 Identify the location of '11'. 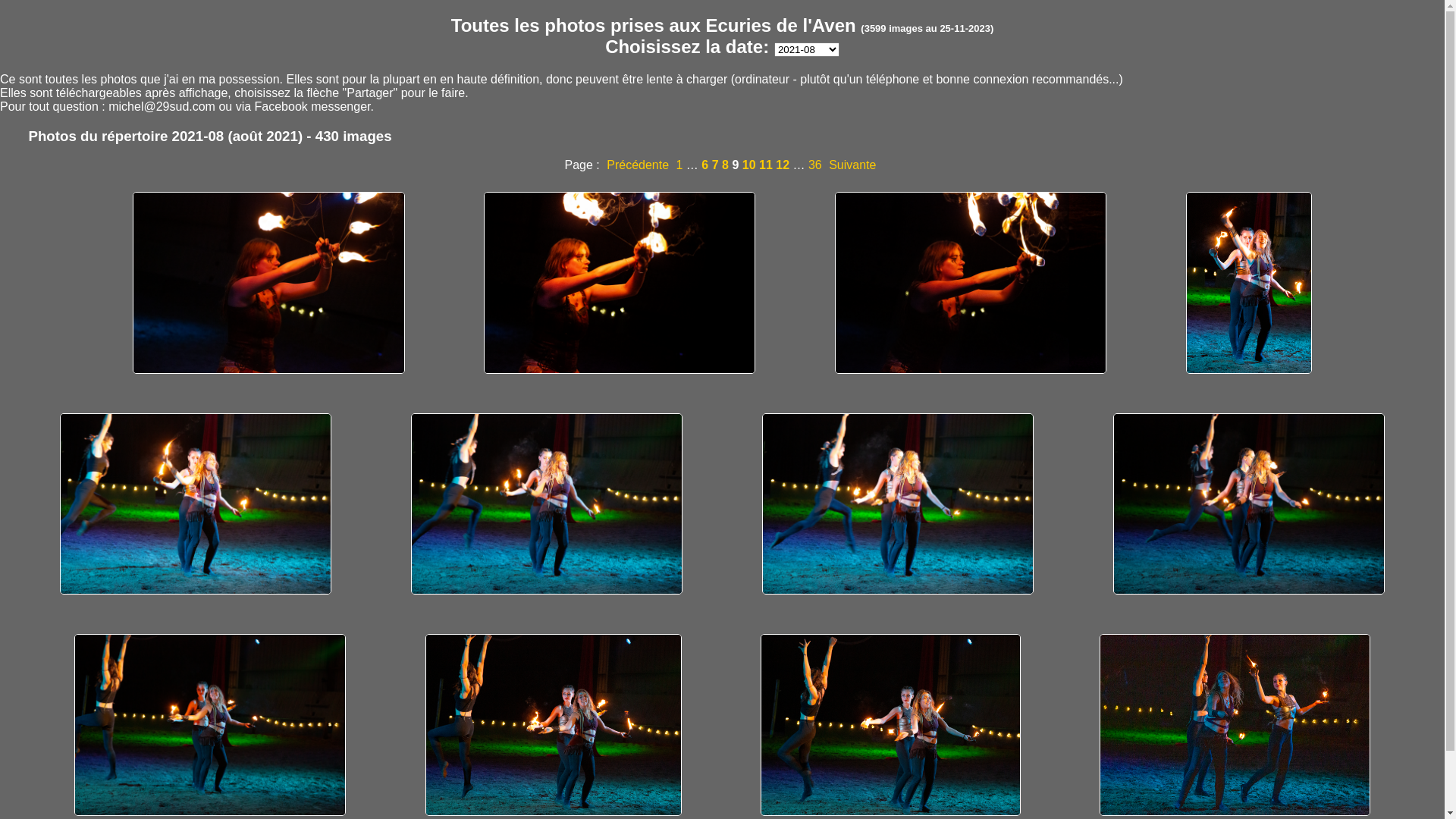
(765, 165).